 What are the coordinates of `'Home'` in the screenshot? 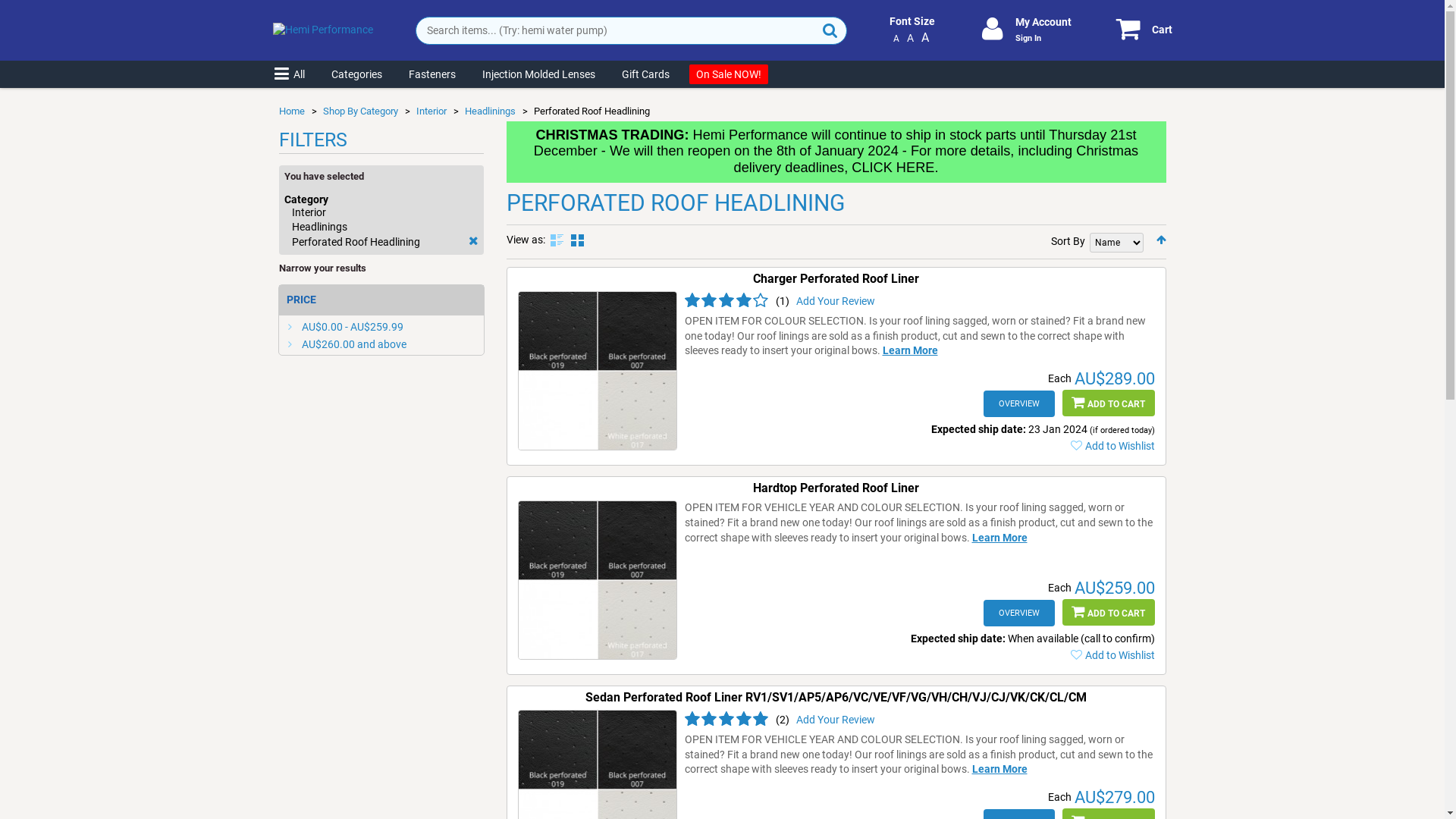 It's located at (291, 110).